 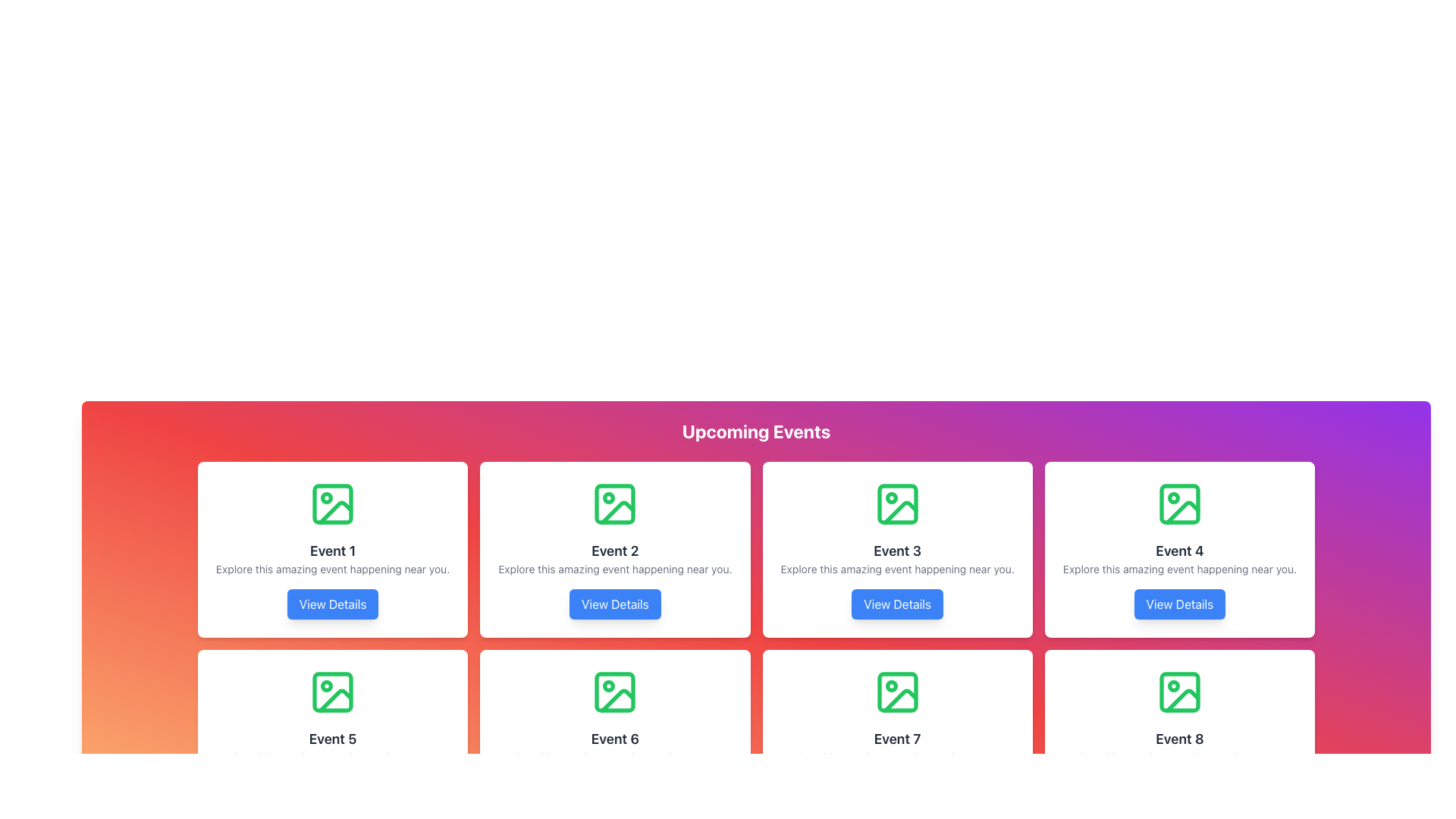 What do you see at coordinates (615, 504) in the screenshot?
I see `the 'Event 2' card icon, which is a visual representation for the event and located centrally in the top row of the grid layout` at bounding box center [615, 504].